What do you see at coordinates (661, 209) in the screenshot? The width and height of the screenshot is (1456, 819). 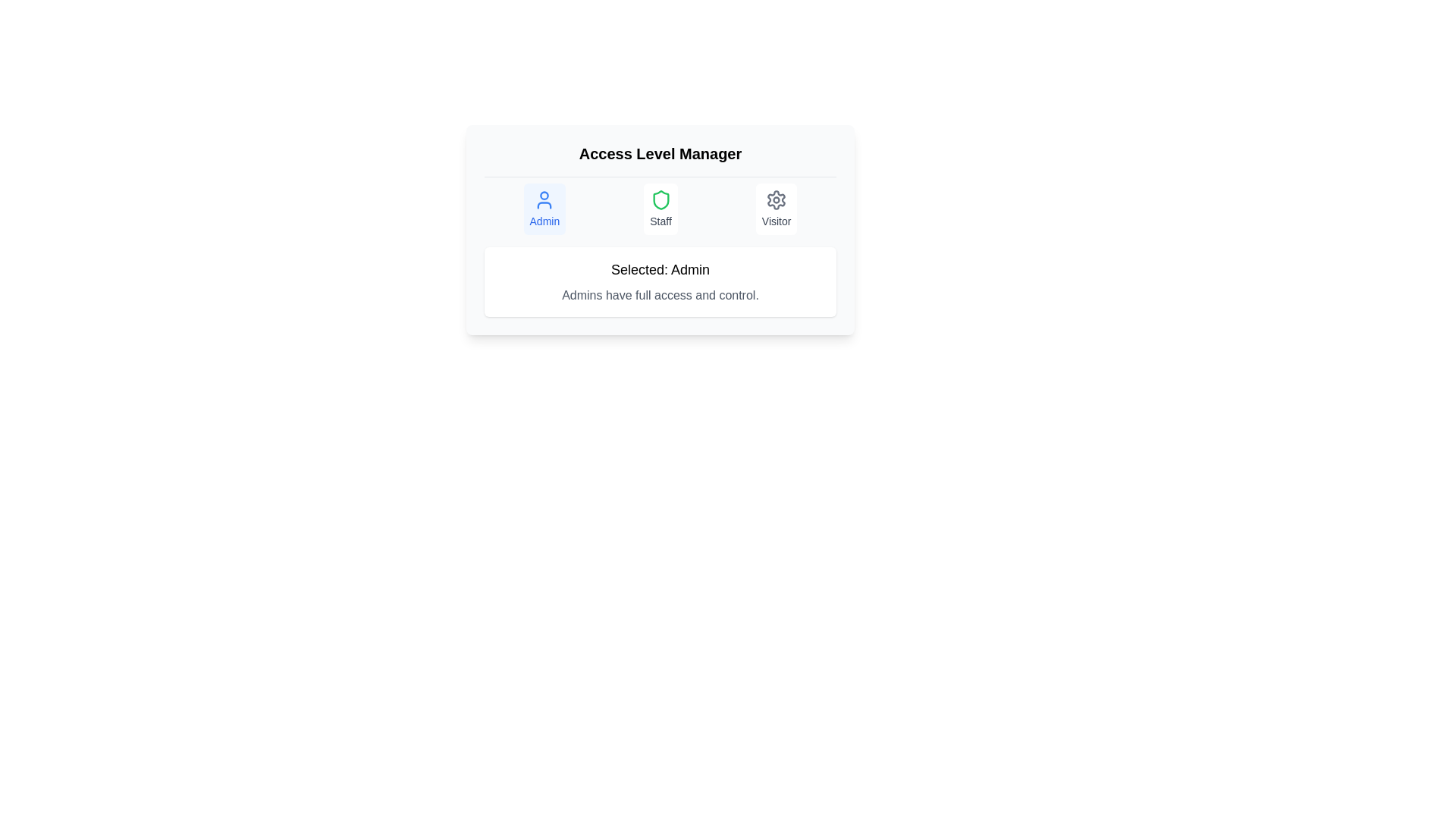 I see `the 'Staff' button located in the 'Access Level Manager' section` at bounding box center [661, 209].